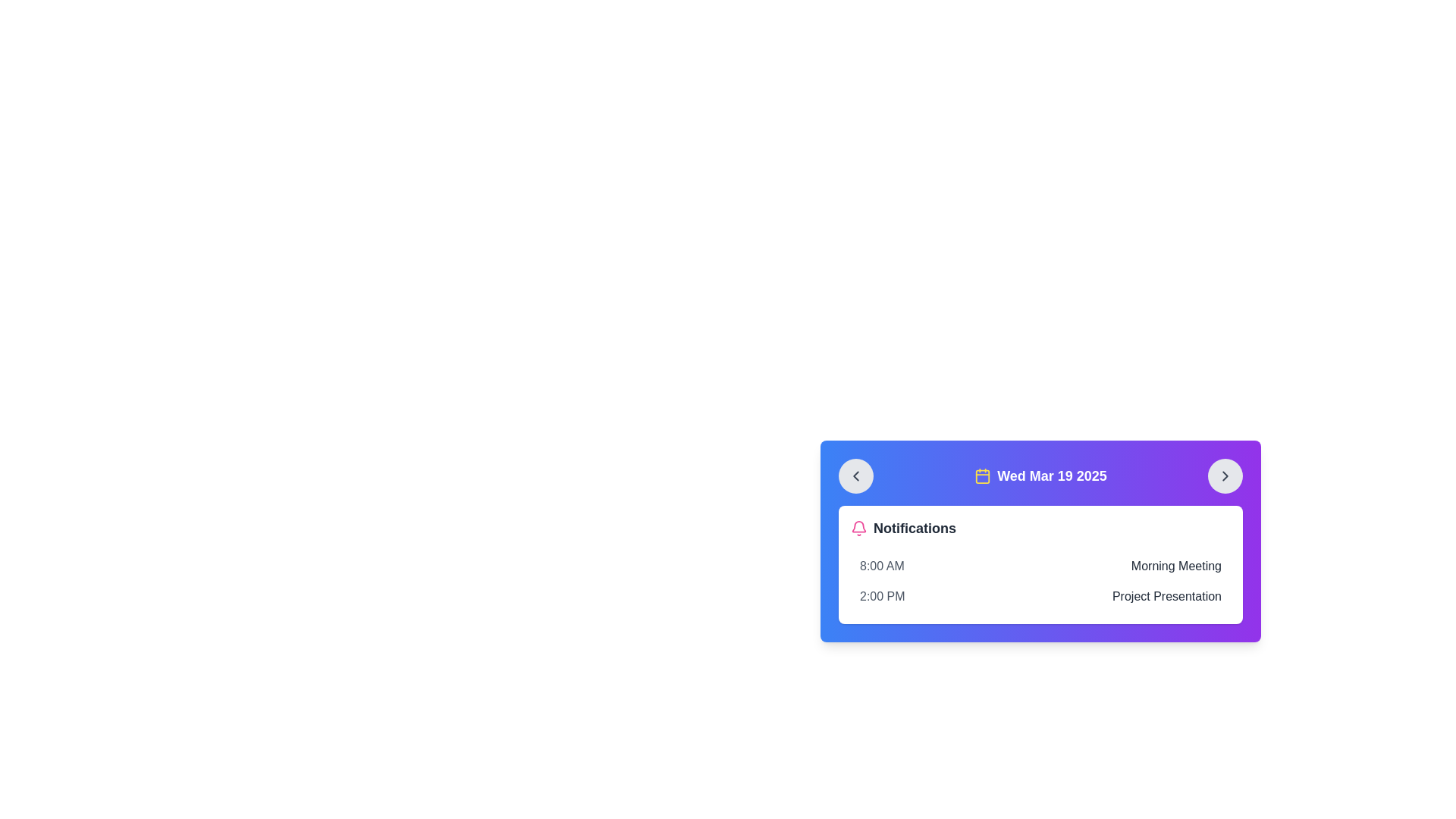 Image resolution: width=1456 pixels, height=819 pixels. What do you see at coordinates (1225, 475) in the screenshot?
I see `the right-facing chevron arrow icon located at the center of a circular button with a light gray background in the top-right corner of the card-like UI for navigation` at bounding box center [1225, 475].